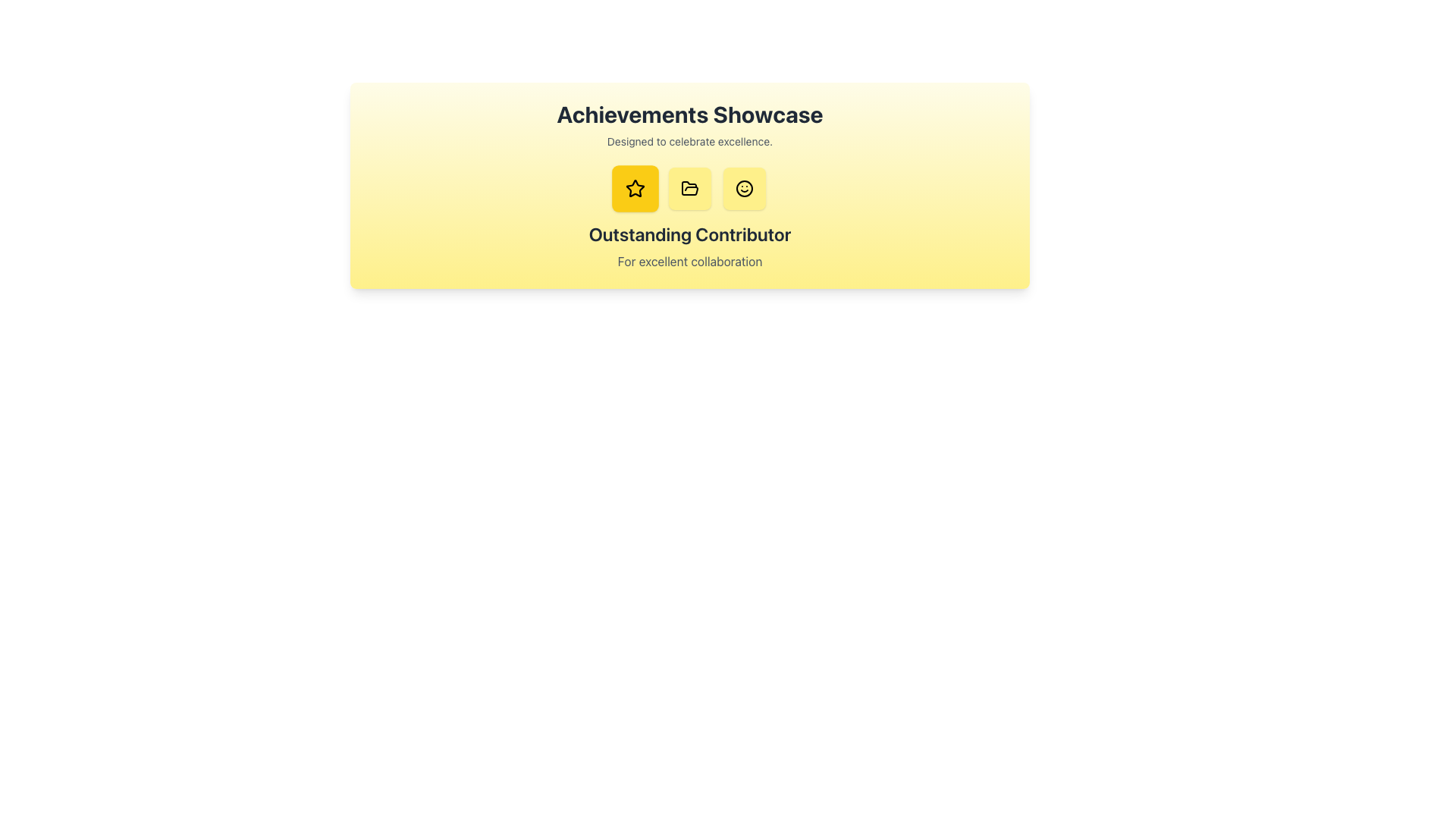  What do you see at coordinates (689, 188) in the screenshot?
I see `the second button in a horizontal row of three buttons, which represents a folder or directory-related action` at bounding box center [689, 188].